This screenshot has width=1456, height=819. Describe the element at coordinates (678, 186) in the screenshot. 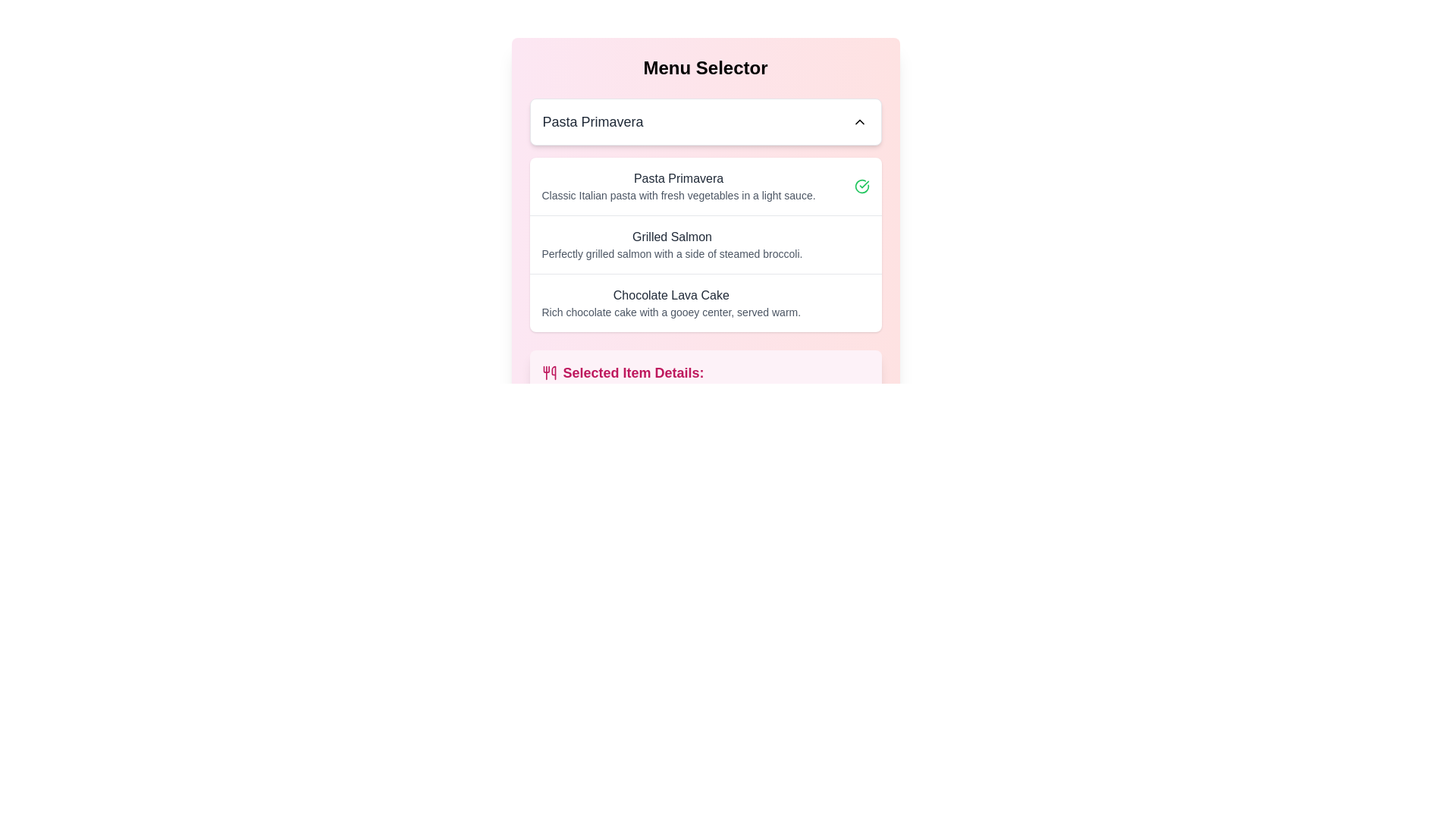

I see `the 'Pasta Primavera' menu item in the Menu Selector interface` at that location.